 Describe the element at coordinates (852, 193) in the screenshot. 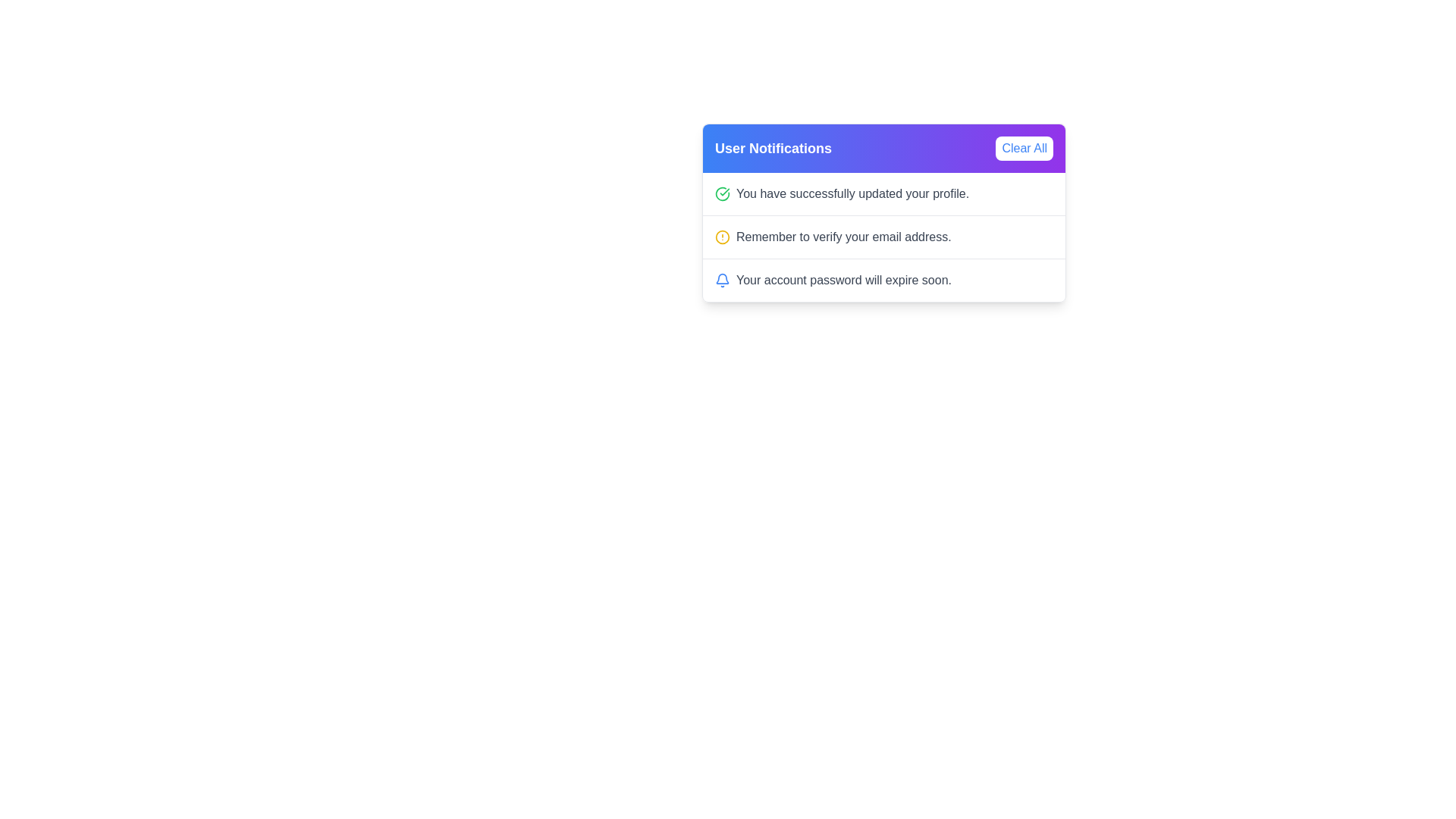

I see `the confirmation message text label that indicates a successful profile update, located under 'User Notifications' with a green checkmark icon to the left` at that location.